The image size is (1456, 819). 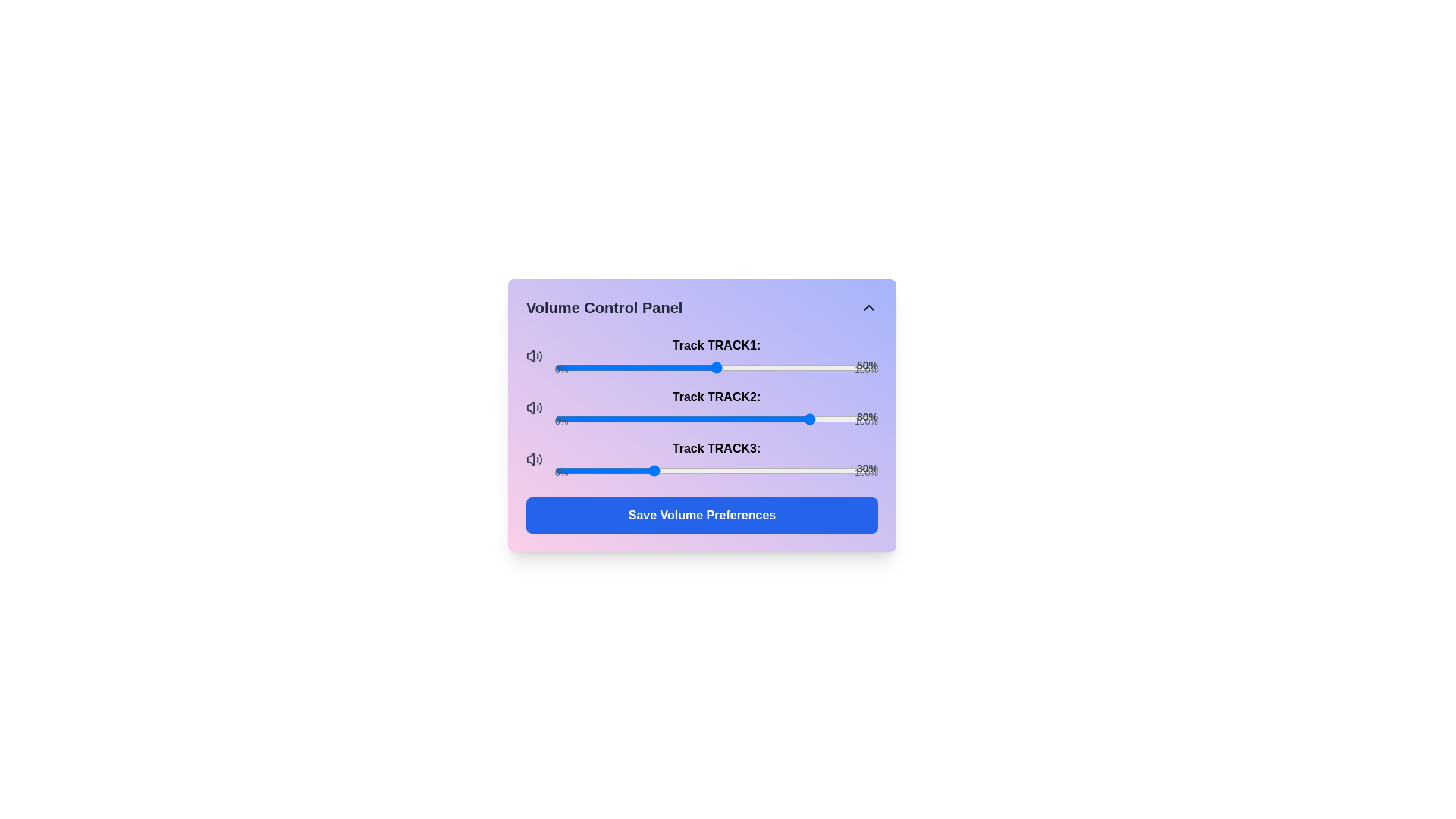 What do you see at coordinates (702, 470) in the screenshot?
I see `the slider value` at bounding box center [702, 470].